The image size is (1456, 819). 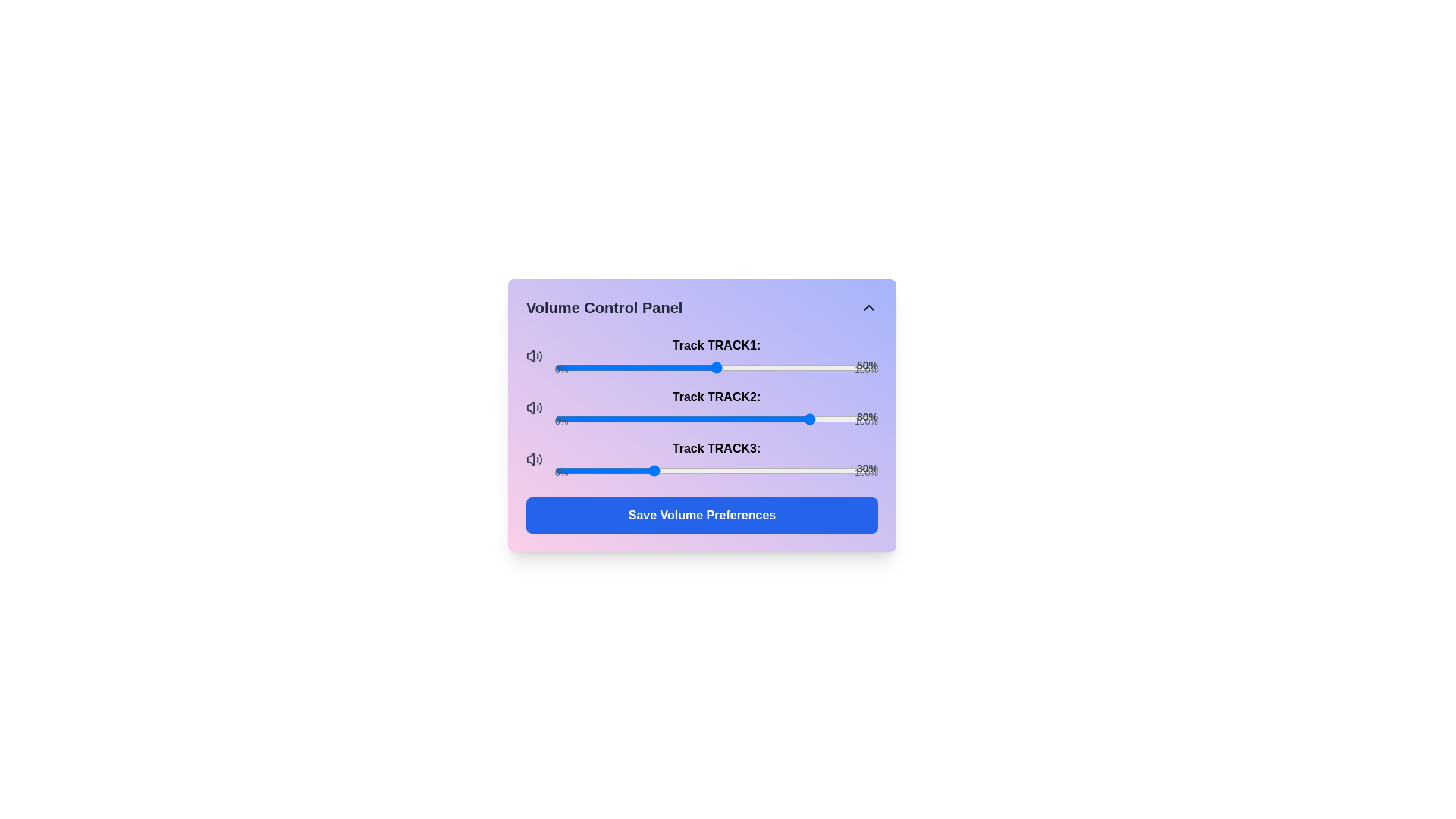 What do you see at coordinates (702, 470) in the screenshot?
I see `the slider value` at bounding box center [702, 470].